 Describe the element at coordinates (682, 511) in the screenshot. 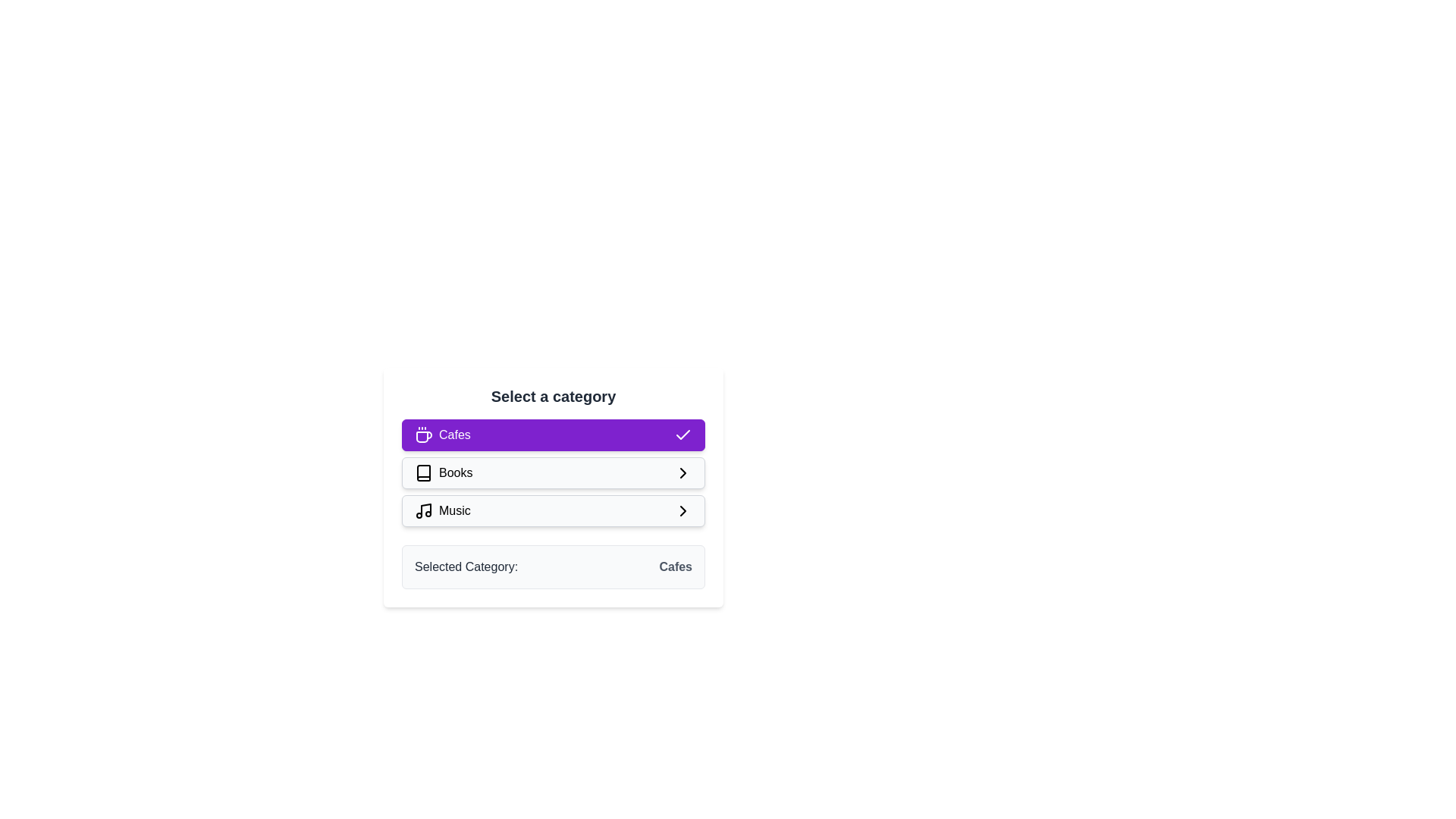

I see `the Right-pointing chevron icon (navigation indicator) located to the far right of the 'Music' entry in the vertical list of selectable categories` at that location.